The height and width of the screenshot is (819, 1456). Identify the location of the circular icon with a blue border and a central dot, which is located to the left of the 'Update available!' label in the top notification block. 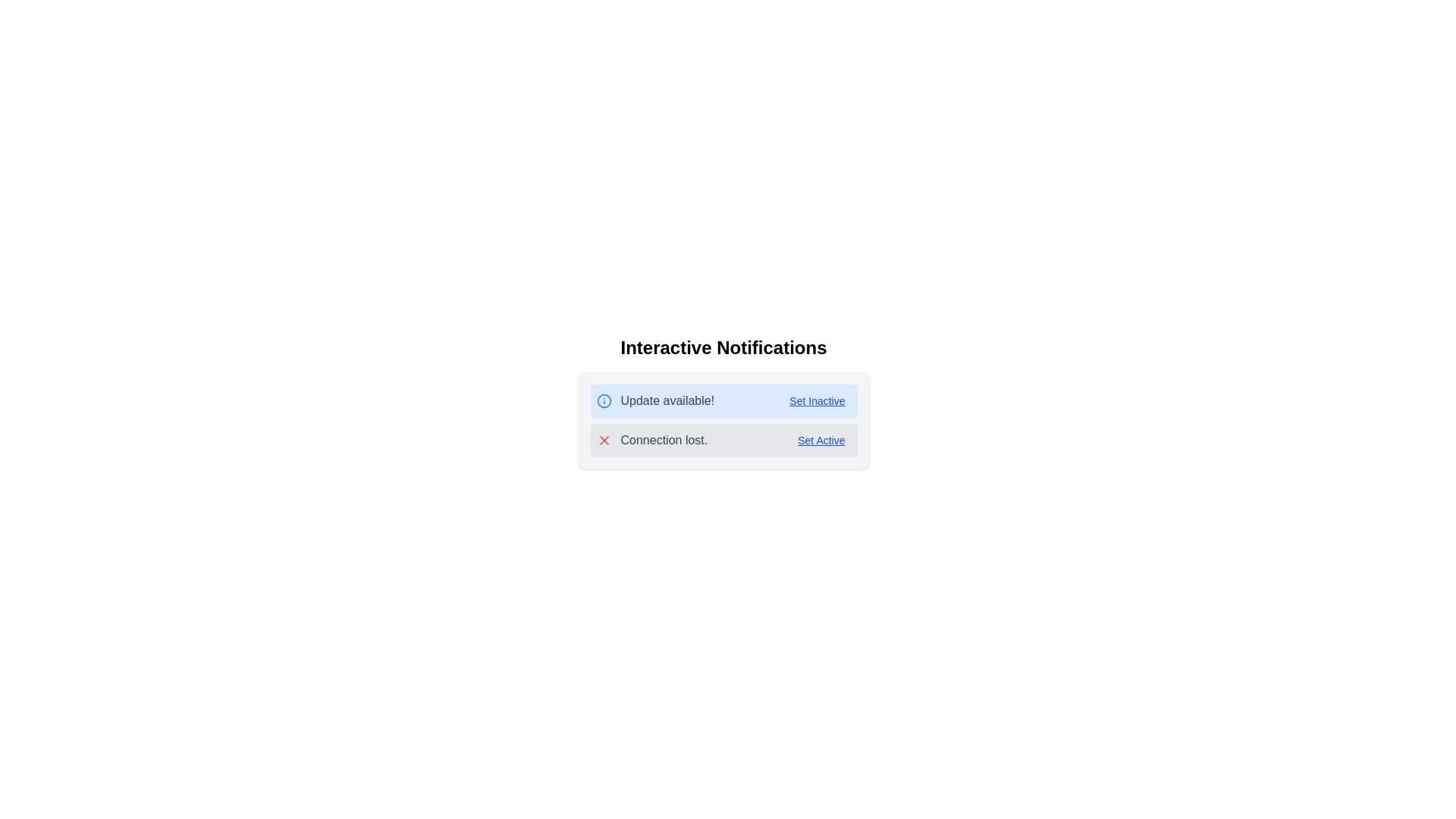
(603, 400).